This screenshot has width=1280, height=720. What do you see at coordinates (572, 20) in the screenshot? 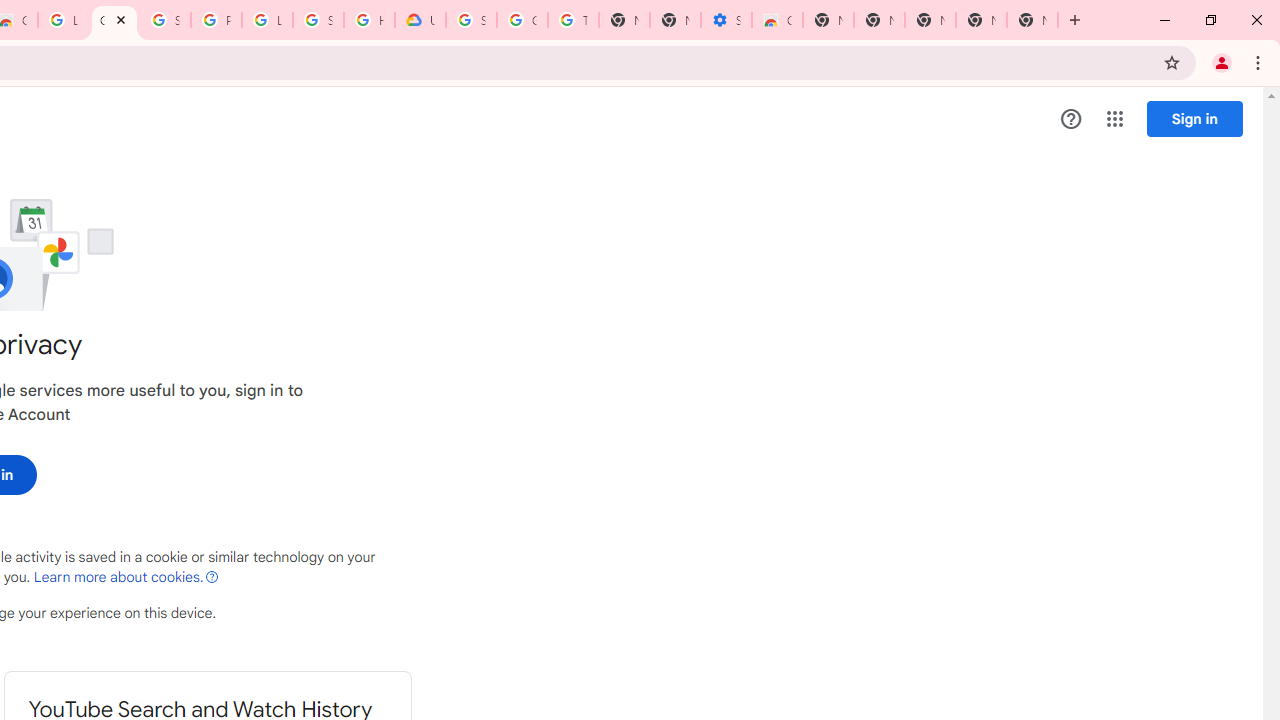
I see `'Turn cookies on or off - Computer - Google Account Help'` at bounding box center [572, 20].